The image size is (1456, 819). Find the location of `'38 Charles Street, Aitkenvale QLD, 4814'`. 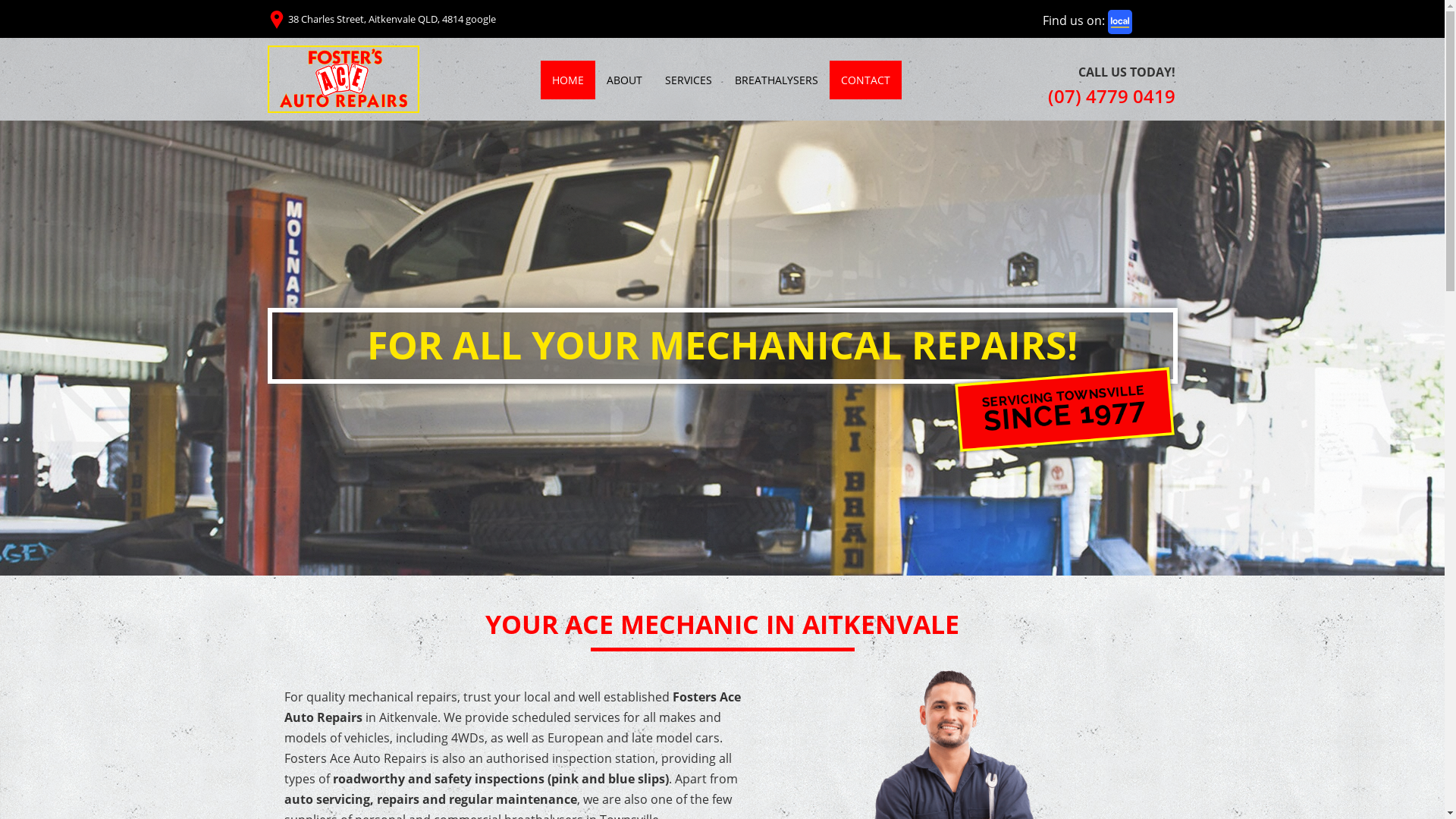

'38 Charles Street, Aitkenvale QLD, 4814' is located at coordinates (287, 18).